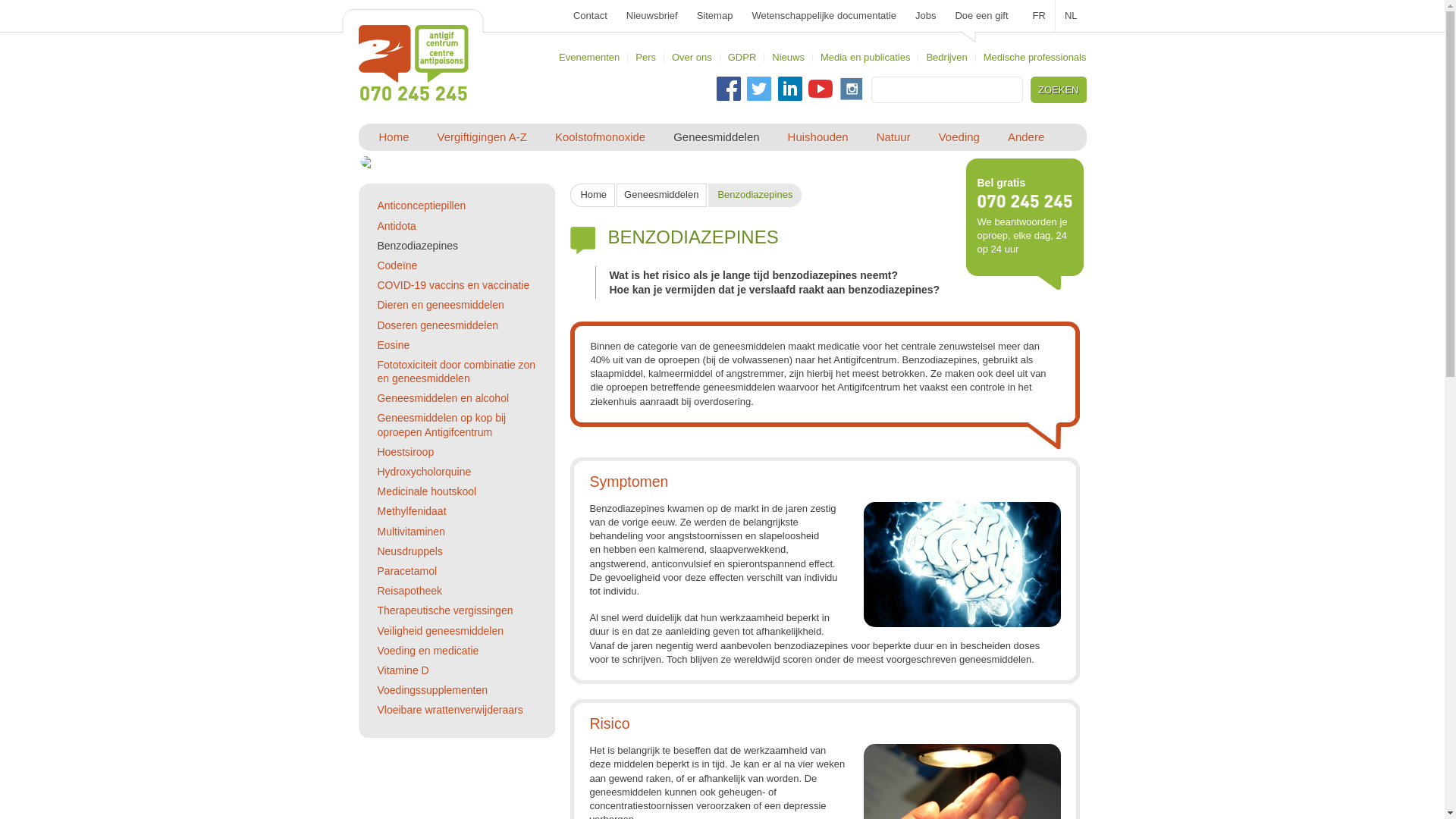  I want to click on 'Twitter', so click(746, 88).